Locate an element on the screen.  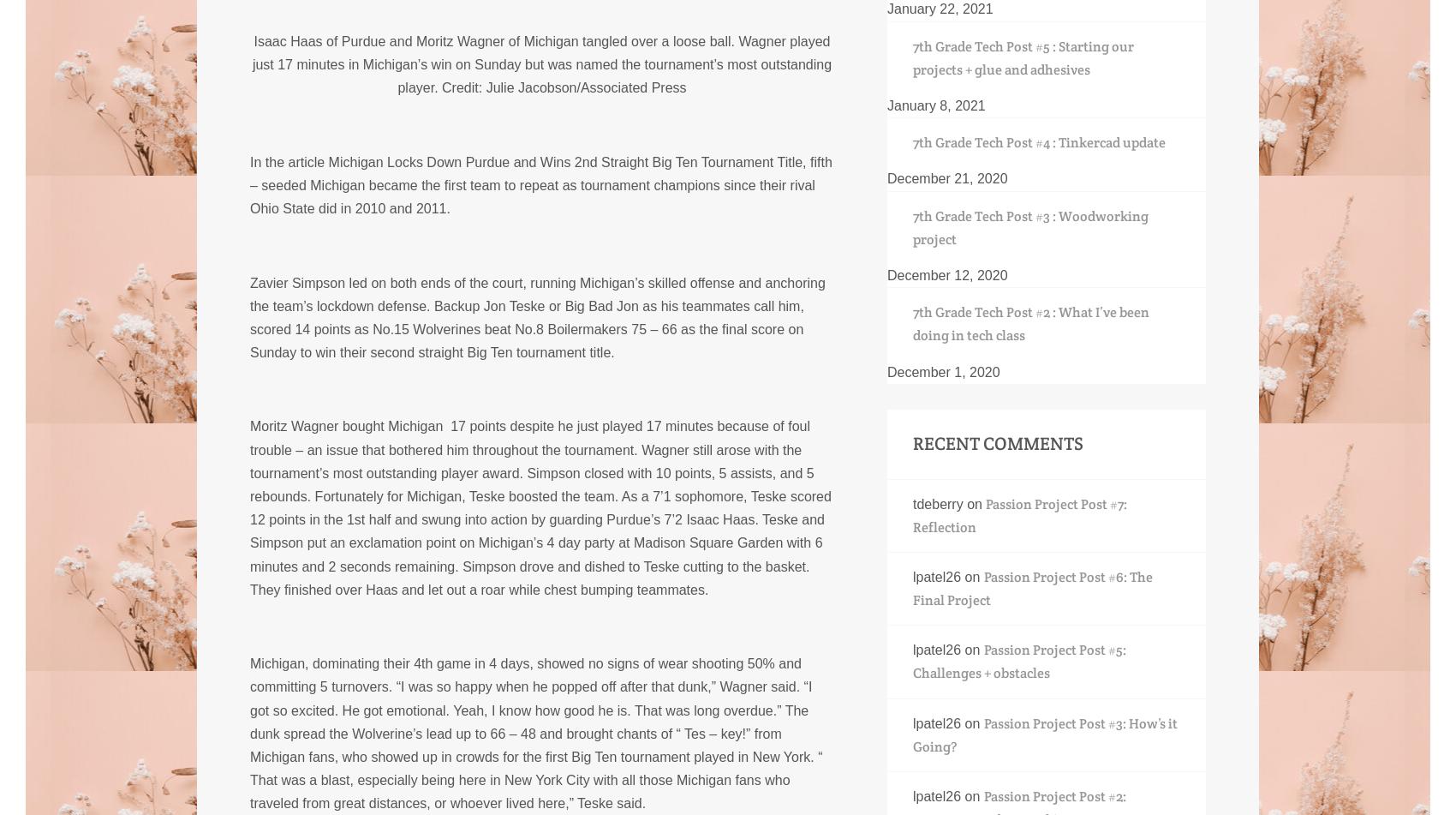
'December 1, 2020' is located at coordinates (886, 371).